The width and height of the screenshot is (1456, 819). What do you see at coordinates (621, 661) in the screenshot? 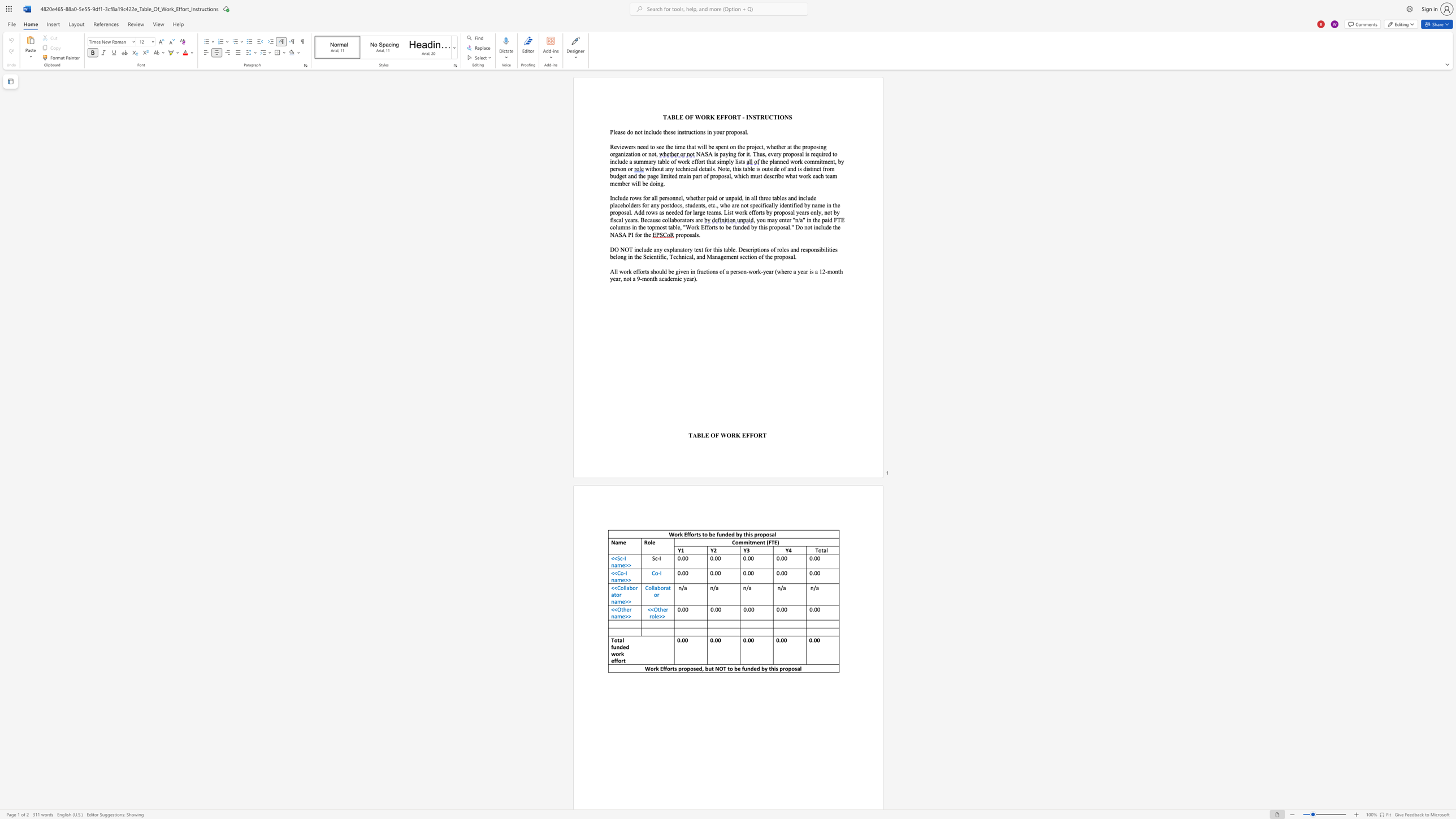
I see `the subset text "rt" within the text "Total funded work effort"` at bounding box center [621, 661].